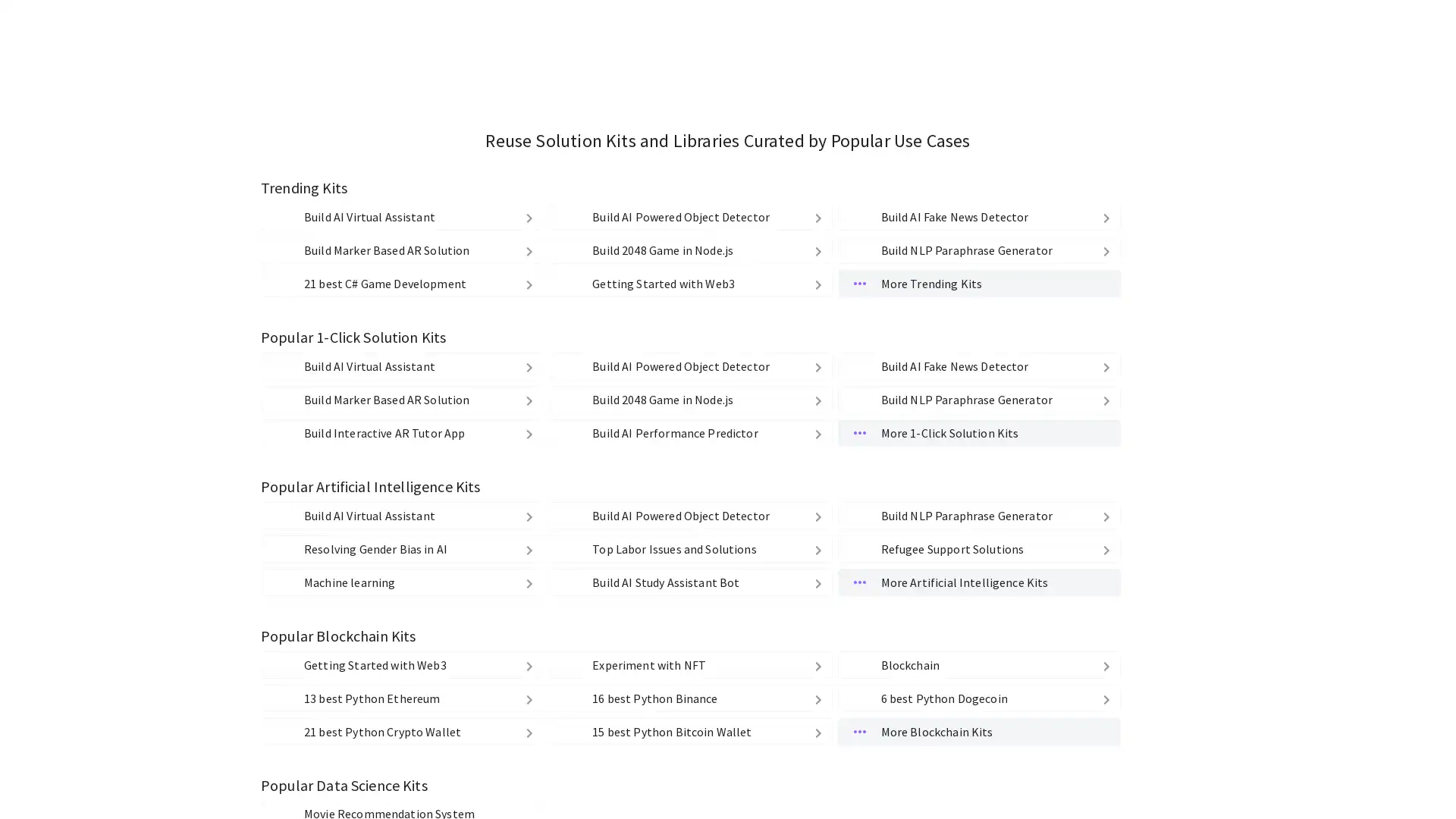 This screenshot has height=819, width=1456. I want to click on delete, so click(817, 598).